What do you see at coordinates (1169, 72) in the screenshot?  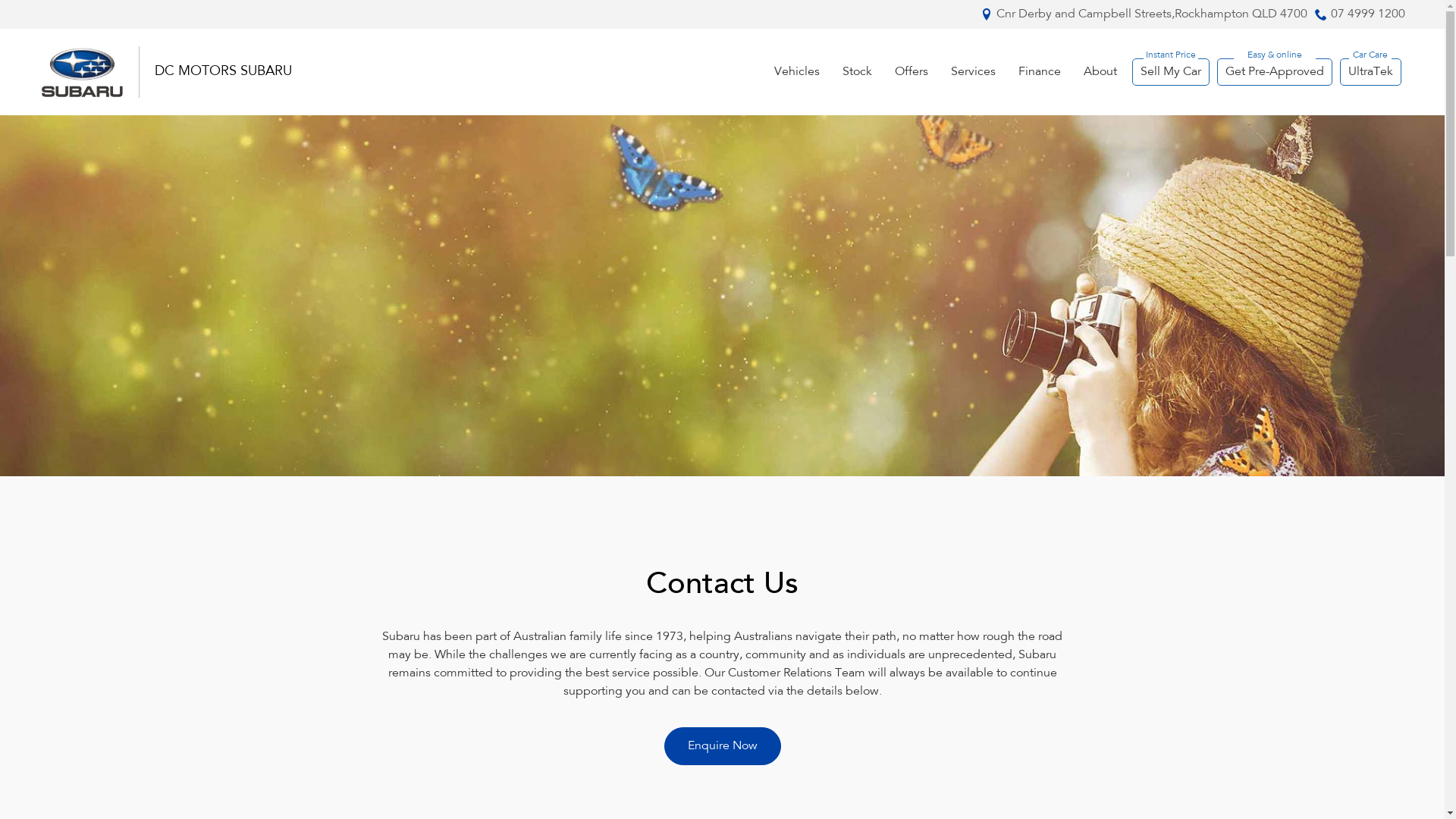 I see `'Sell My Car'` at bounding box center [1169, 72].